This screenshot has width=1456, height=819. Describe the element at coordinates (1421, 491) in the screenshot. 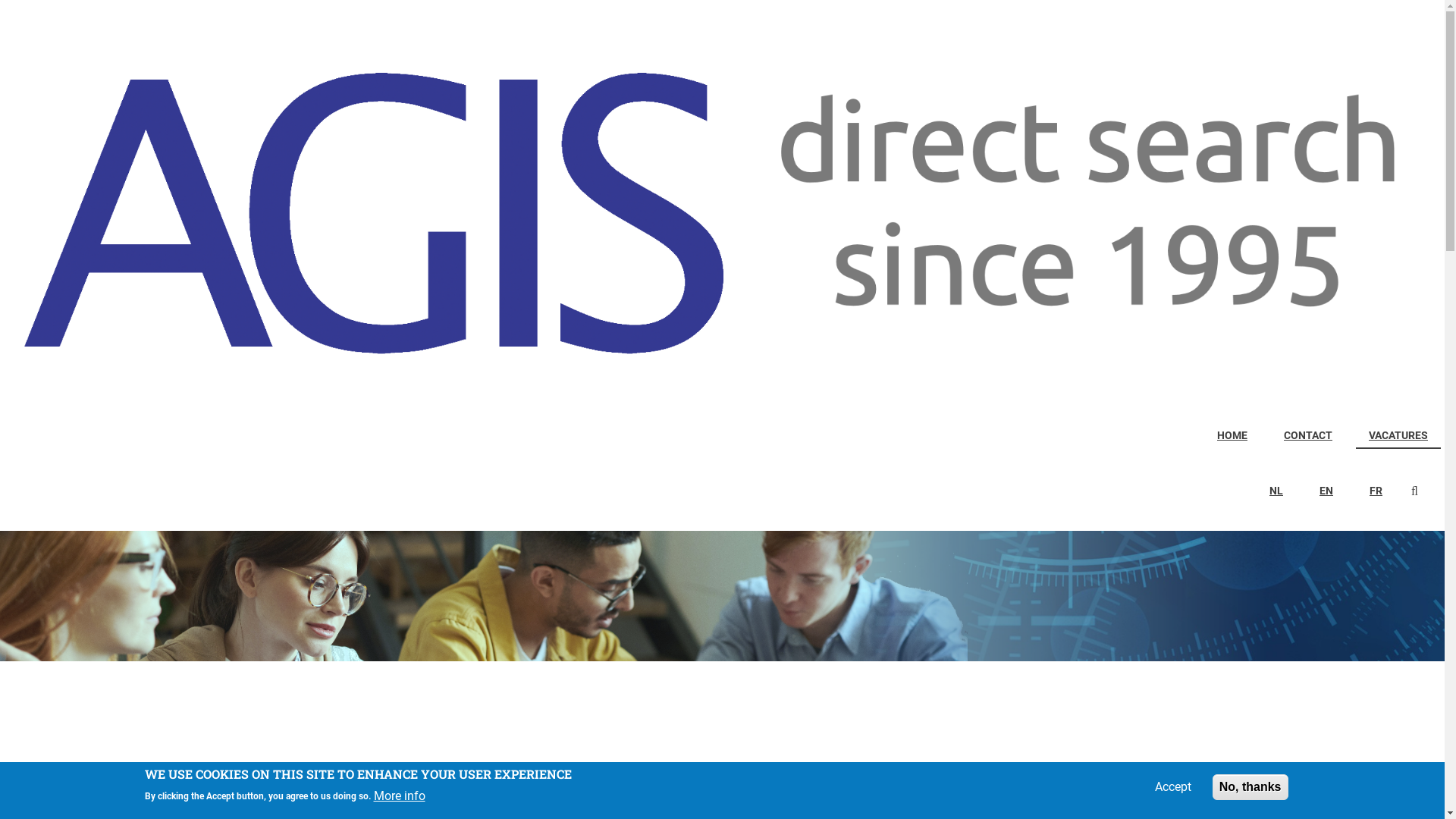

I see `'Enter the terms you wish to search for.'` at that location.